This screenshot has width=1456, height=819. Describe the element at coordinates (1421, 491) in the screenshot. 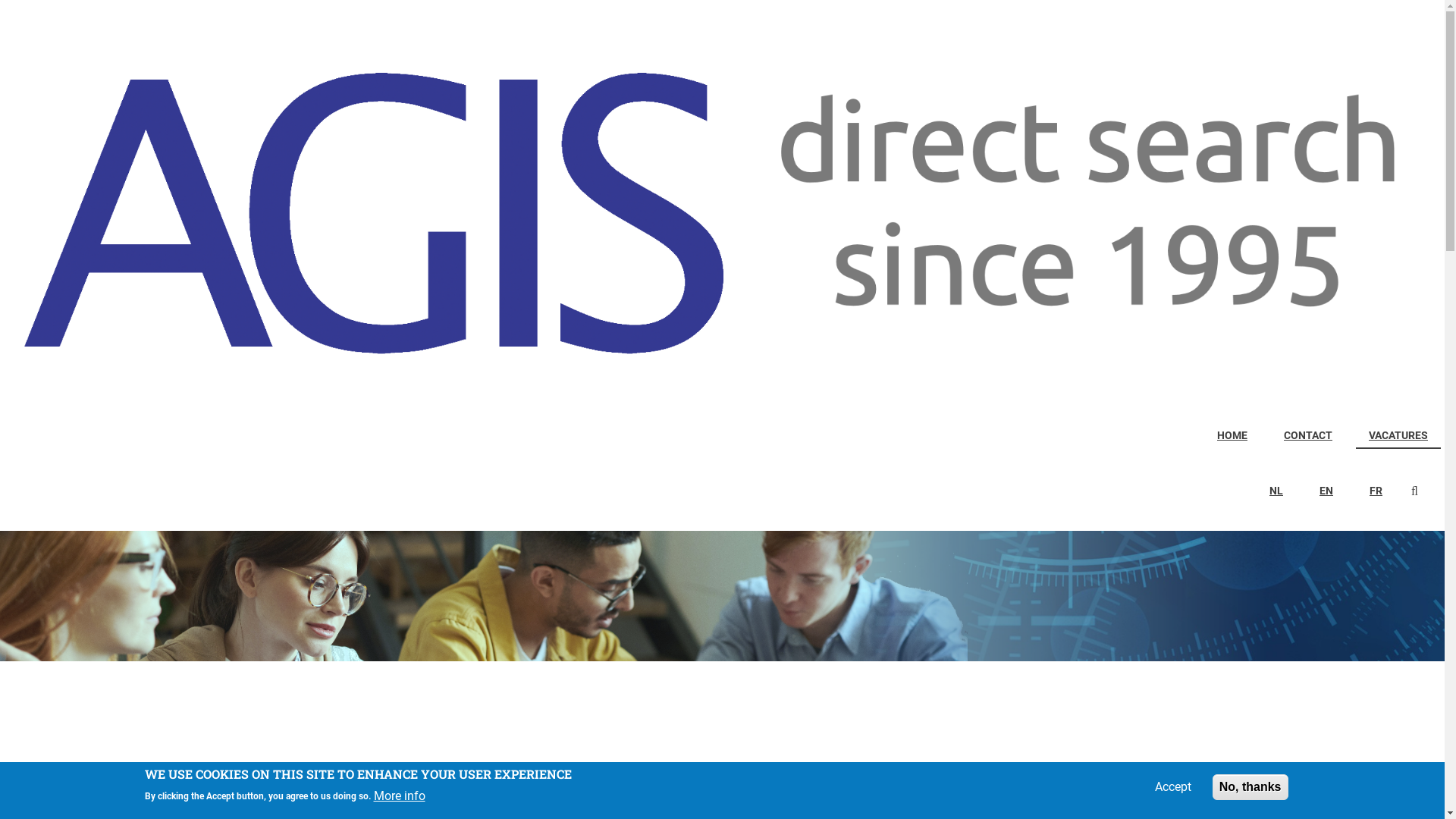

I see `'Enter the terms you wish to search for.'` at that location.